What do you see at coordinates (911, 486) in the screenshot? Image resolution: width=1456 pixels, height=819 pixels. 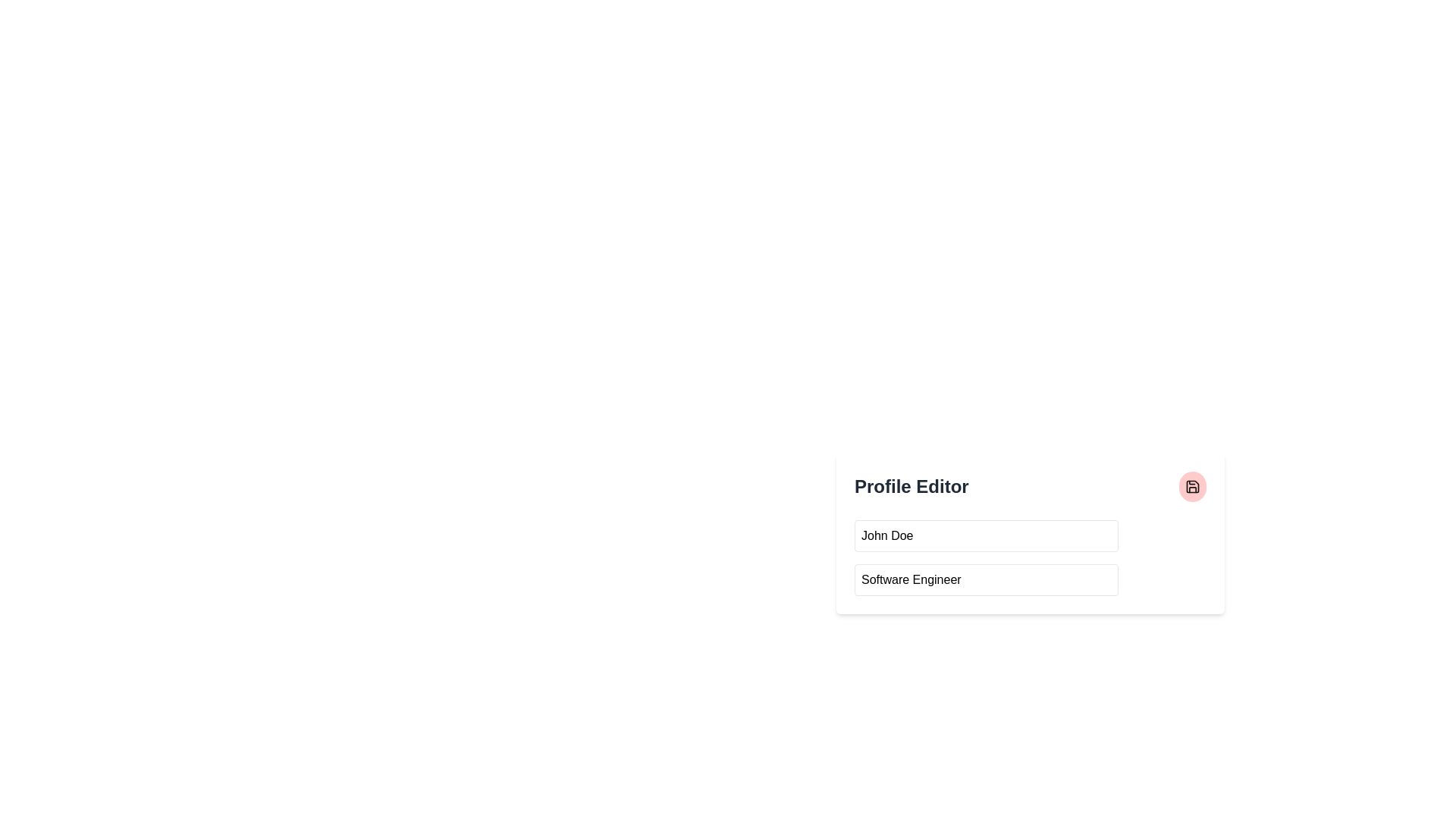 I see `the bold text header labeled 'Profile Editor' located at the top of the profile editing section, which is styled in large font and colored dark gray against a white background` at bounding box center [911, 486].